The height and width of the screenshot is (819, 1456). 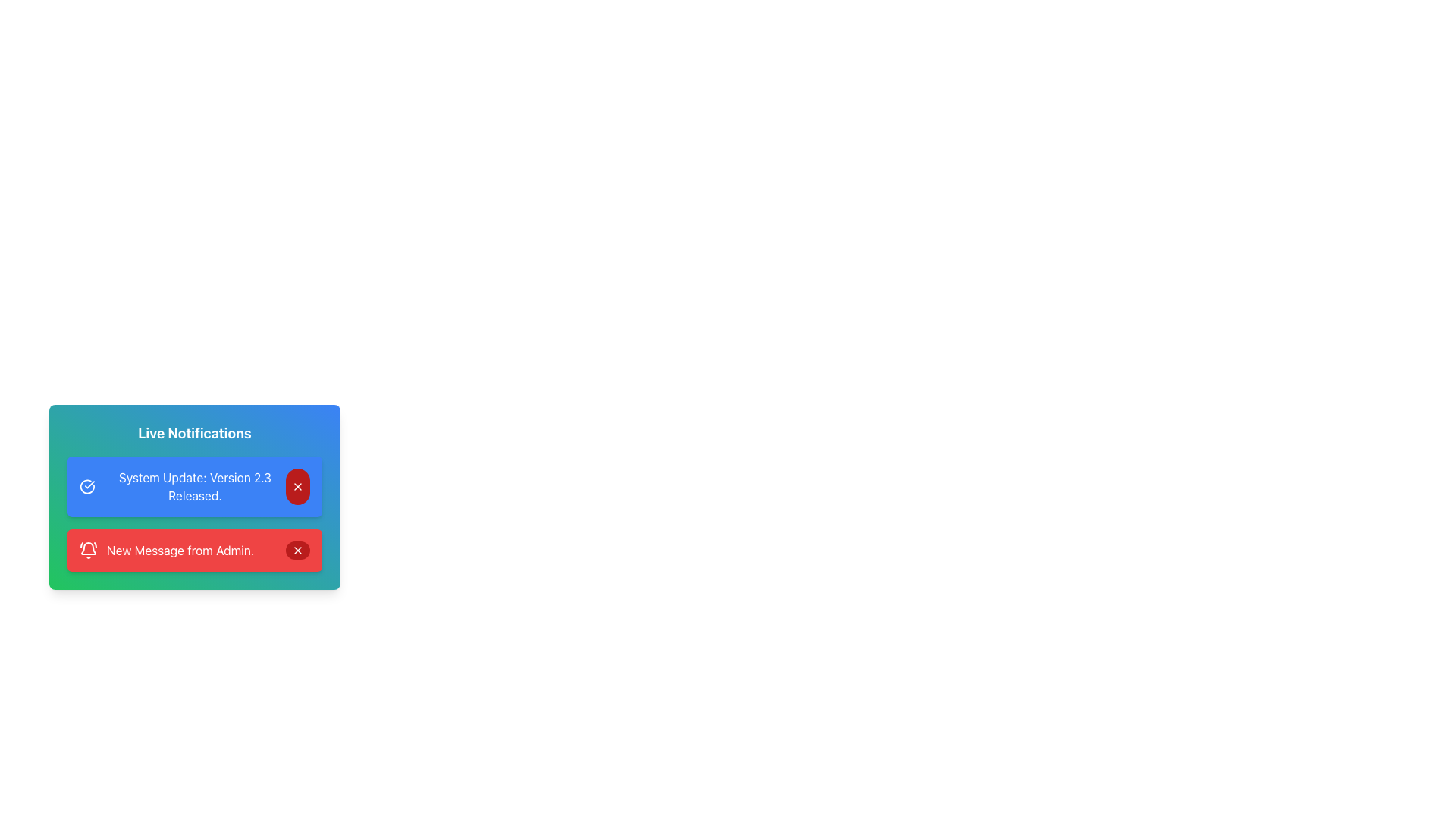 I want to click on the bell icon with sound waves on the left side of the red notification bar, so click(x=87, y=550).